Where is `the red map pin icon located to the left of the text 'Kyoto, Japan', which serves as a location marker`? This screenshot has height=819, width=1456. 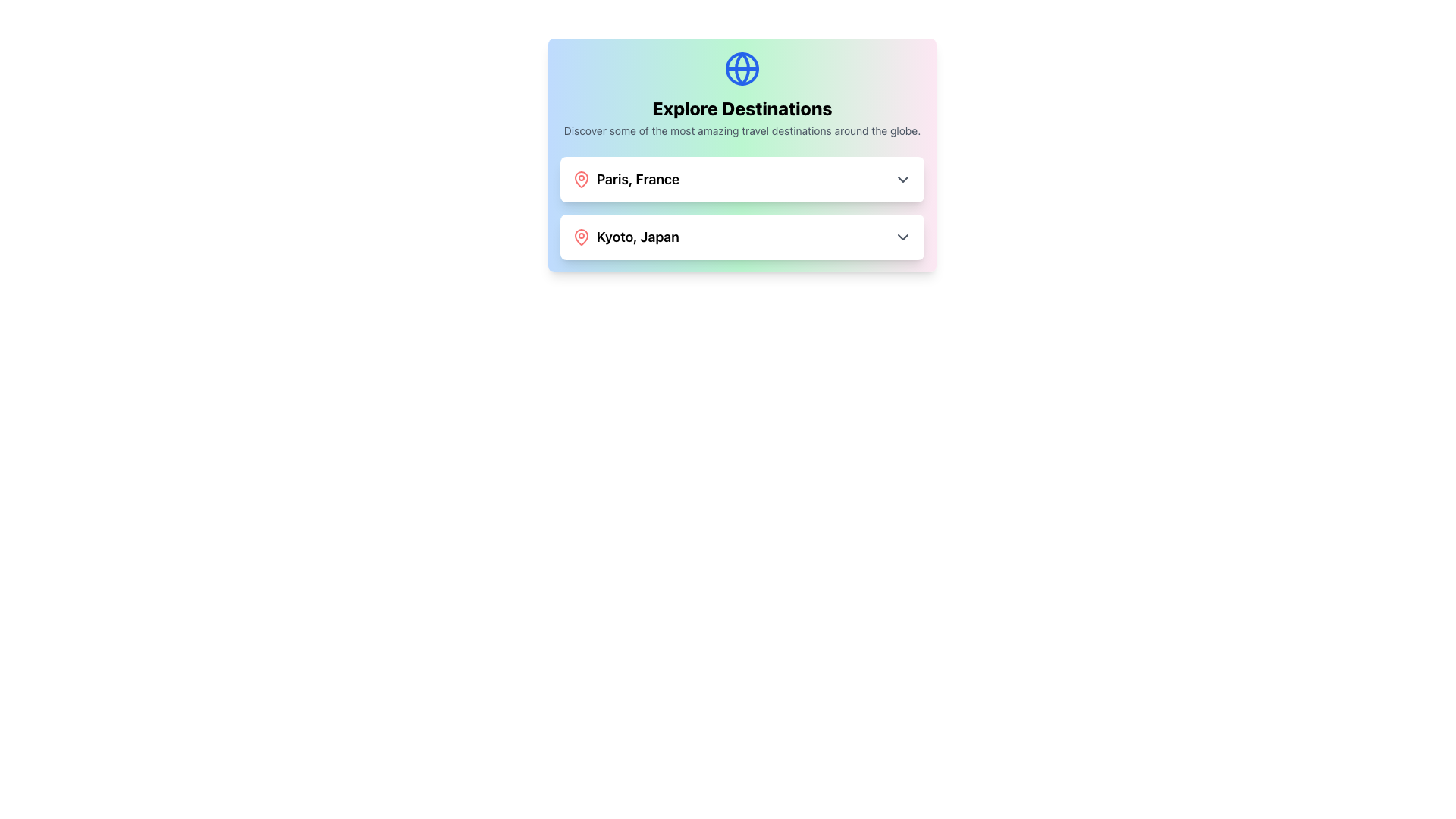
the red map pin icon located to the left of the text 'Kyoto, Japan', which serves as a location marker is located at coordinates (581, 237).